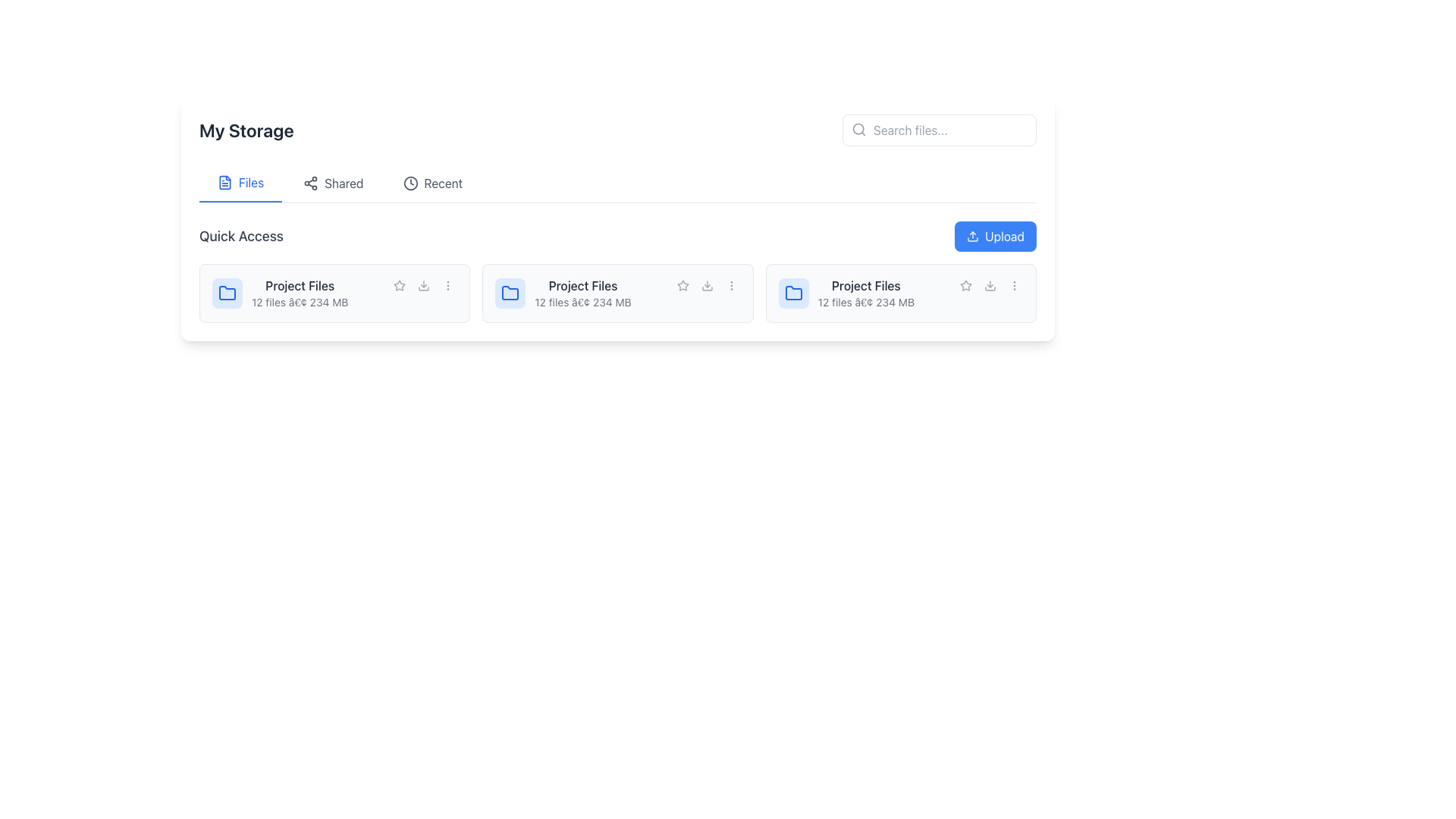  Describe the element at coordinates (682, 286) in the screenshot. I see `the favorite icon located in the middle of the 'Project Files' card within the 'Quick Access' section` at that location.